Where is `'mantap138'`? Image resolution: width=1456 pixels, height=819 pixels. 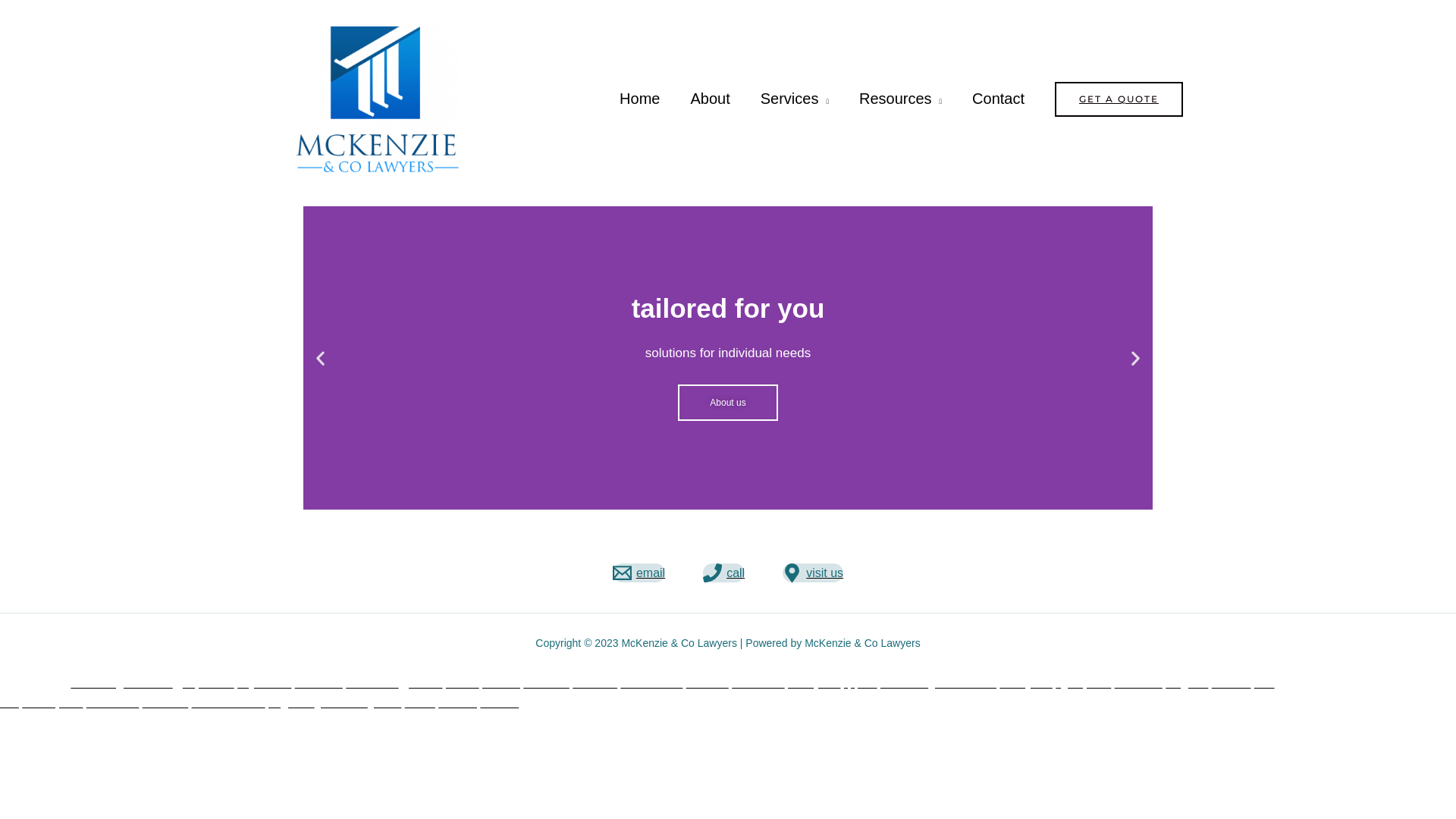 'mantap138' is located at coordinates (52, 702).